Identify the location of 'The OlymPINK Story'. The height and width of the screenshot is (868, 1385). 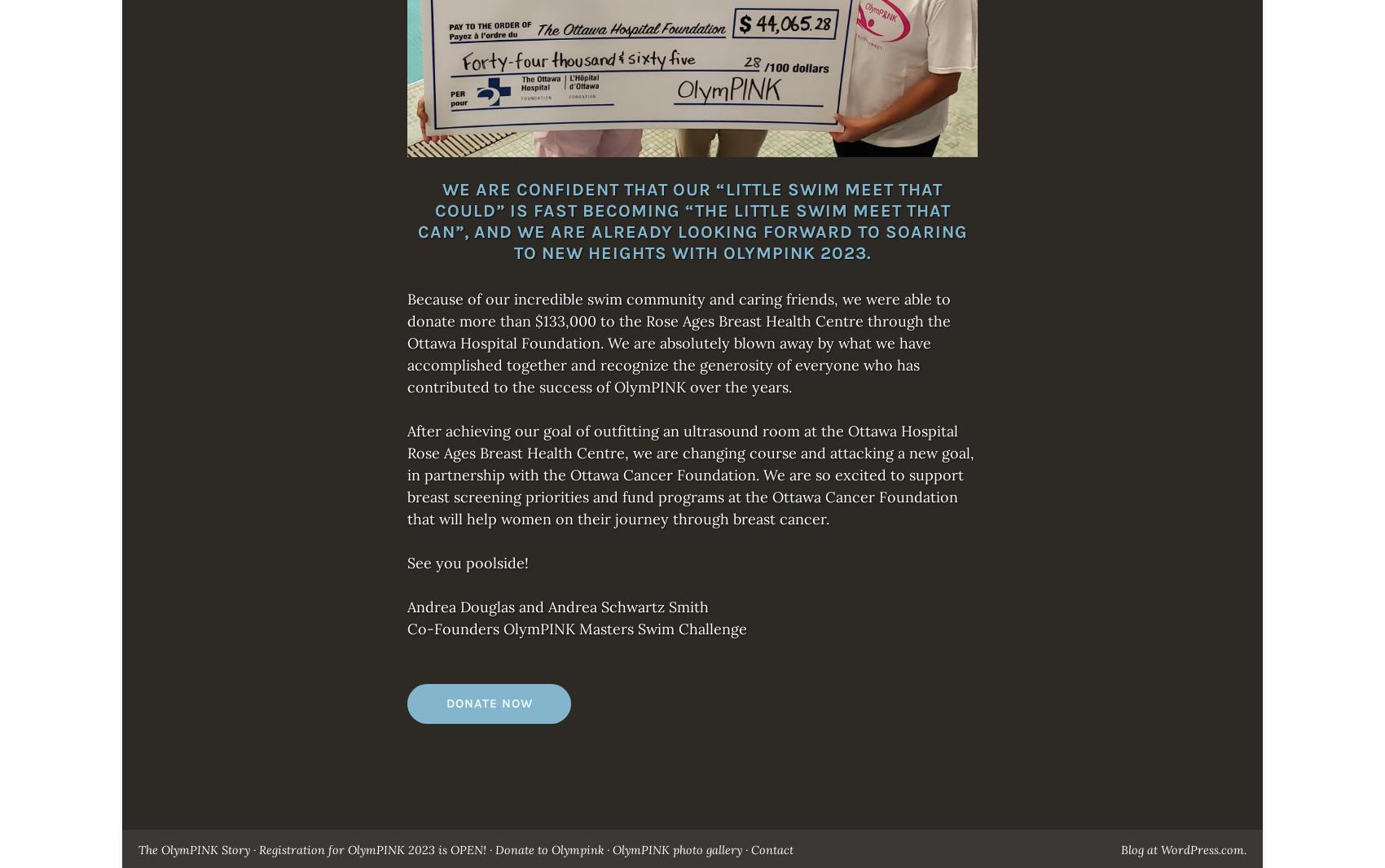
(138, 850).